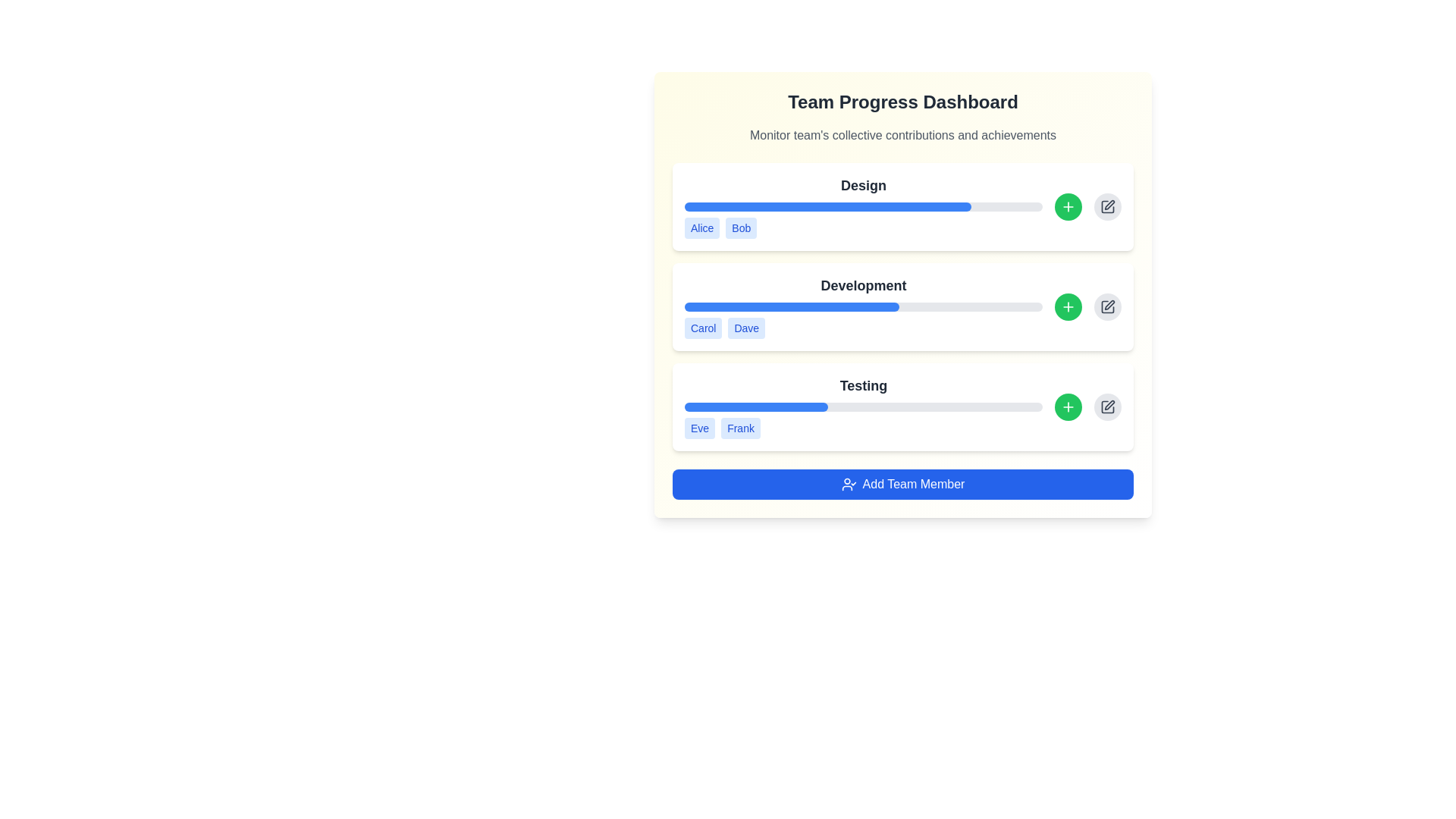 The image size is (1456, 819). Describe the element at coordinates (1109, 205) in the screenshot. I see `the edit icon (pen-shaped vector graphic) located` at that location.